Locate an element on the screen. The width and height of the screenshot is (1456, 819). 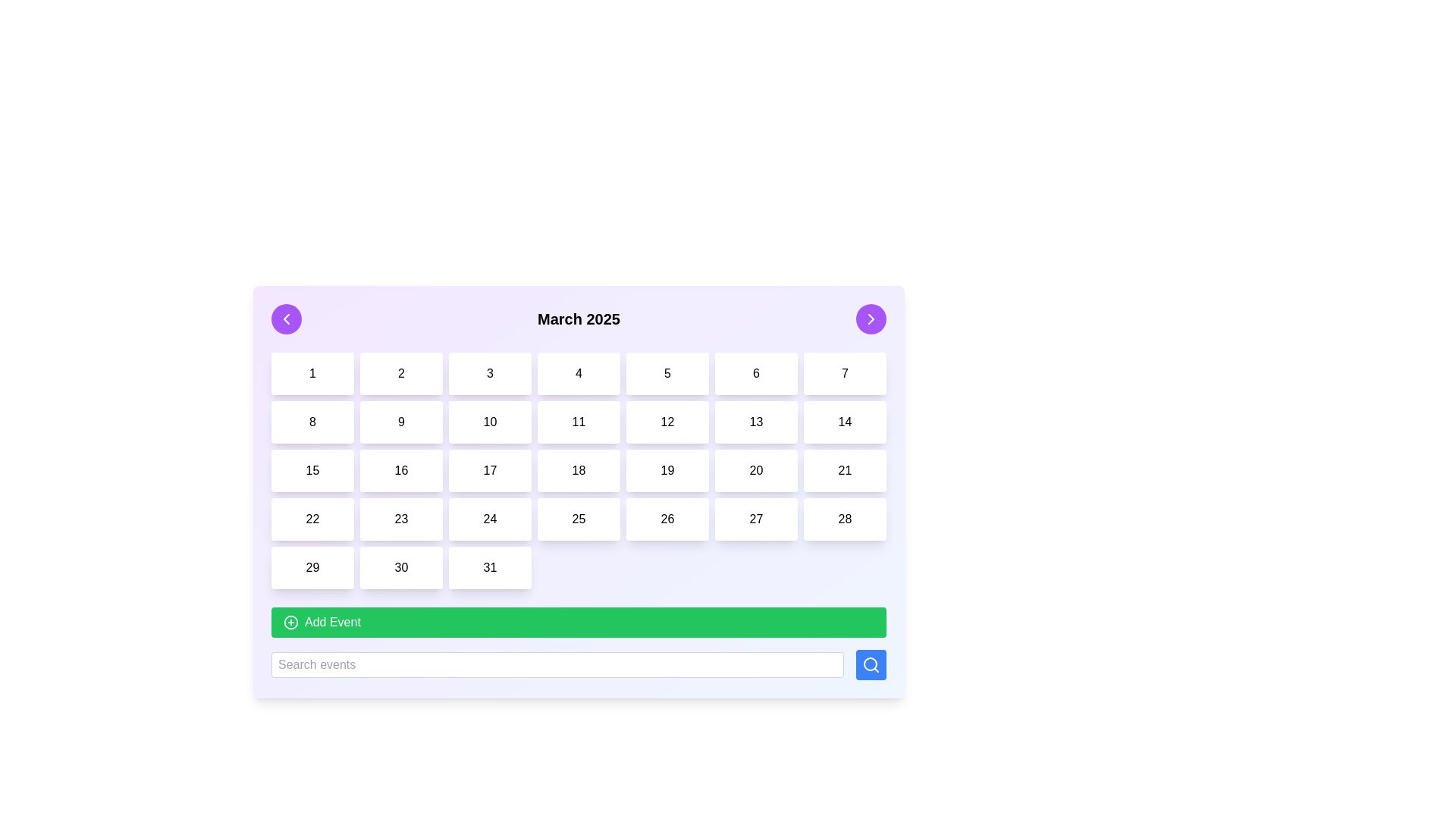
the clickable calendar day tile displaying the number '9', located in the second row and second column of the calendar grid is located at coordinates (401, 422).